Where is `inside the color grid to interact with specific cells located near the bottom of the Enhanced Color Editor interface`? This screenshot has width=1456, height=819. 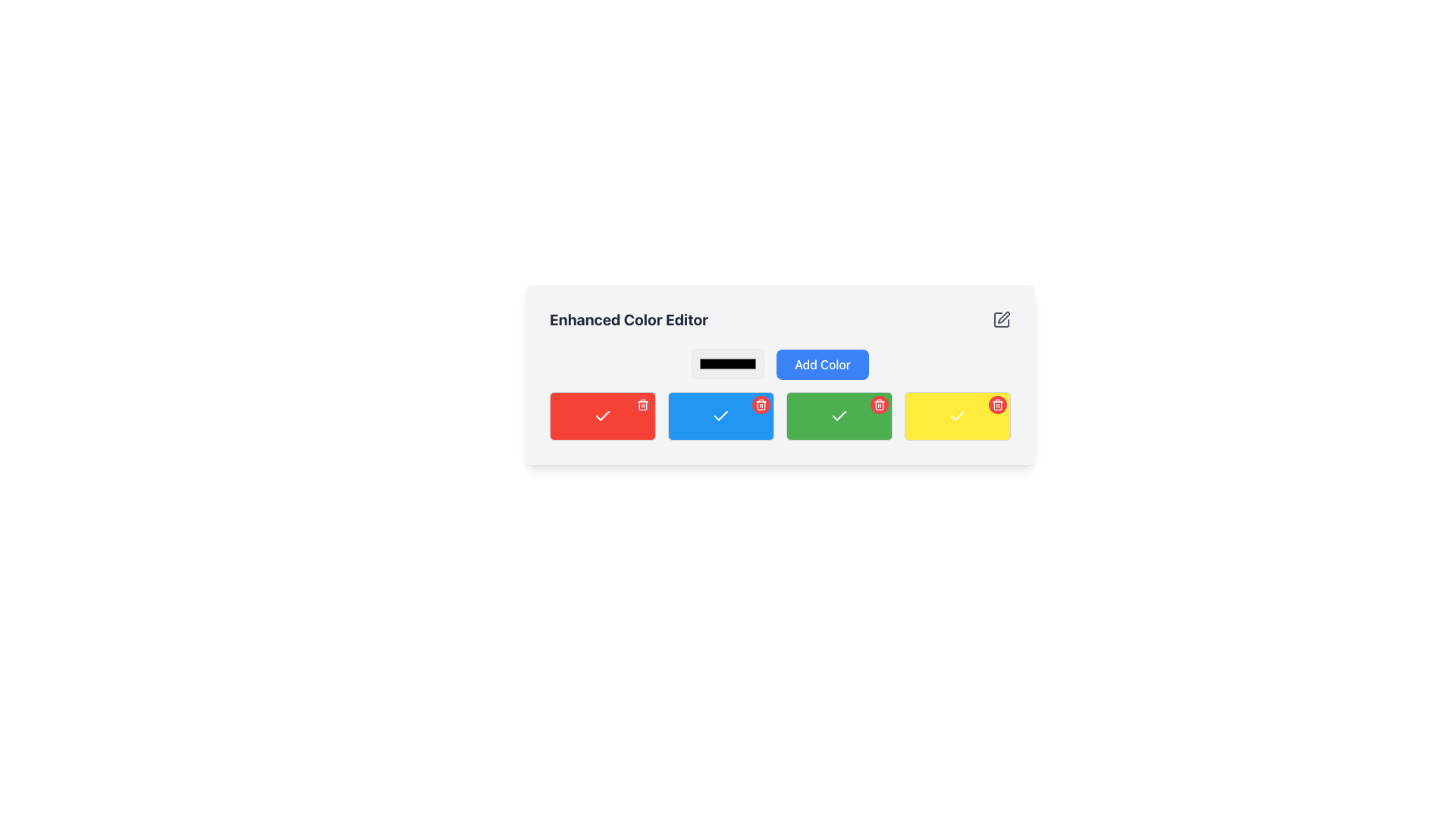 inside the color grid to interact with specific cells located near the bottom of the Enhanced Color Editor interface is located at coordinates (780, 416).